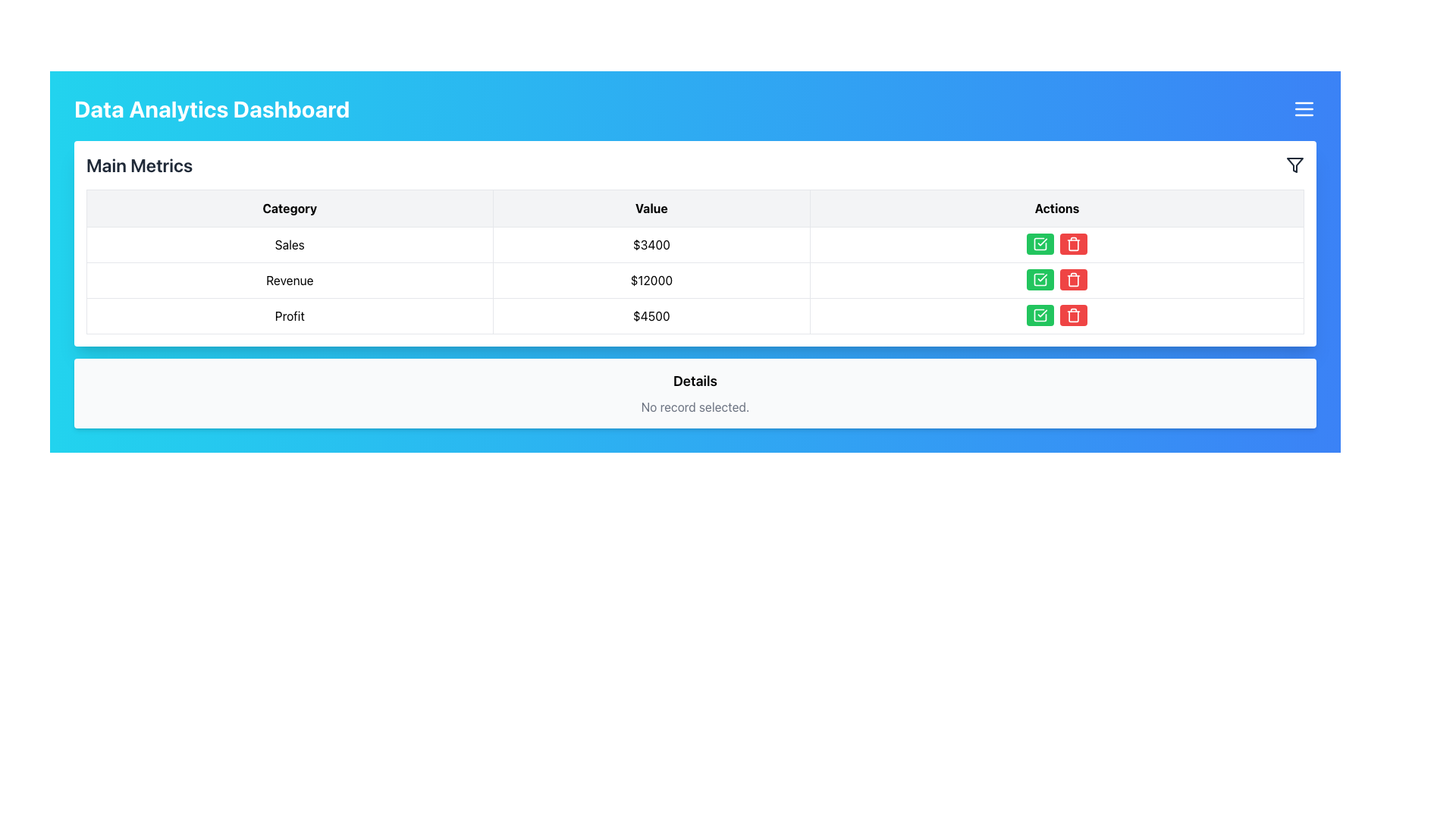 The height and width of the screenshot is (819, 1456). I want to click on text label that represents the category 'Profit' located in the third row of the table under the 'Category' column, positioned left of the numerical value '$4500', so click(290, 315).